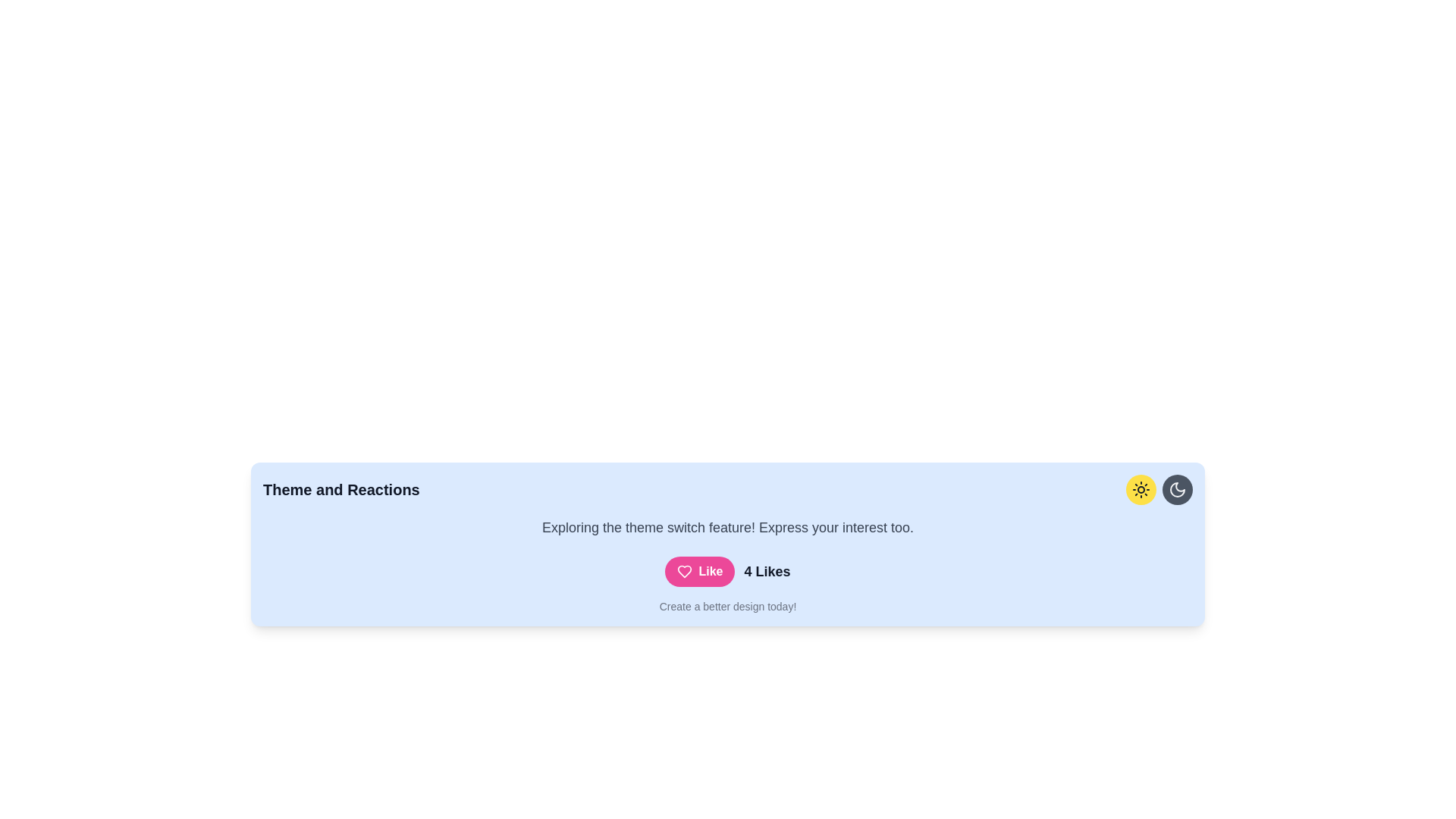 The image size is (1456, 819). What do you see at coordinates (1177, 489) in the screenshot?
I see `the crescent moon icon located at the far right of the toolbar` at bounding box center [1177, 489].